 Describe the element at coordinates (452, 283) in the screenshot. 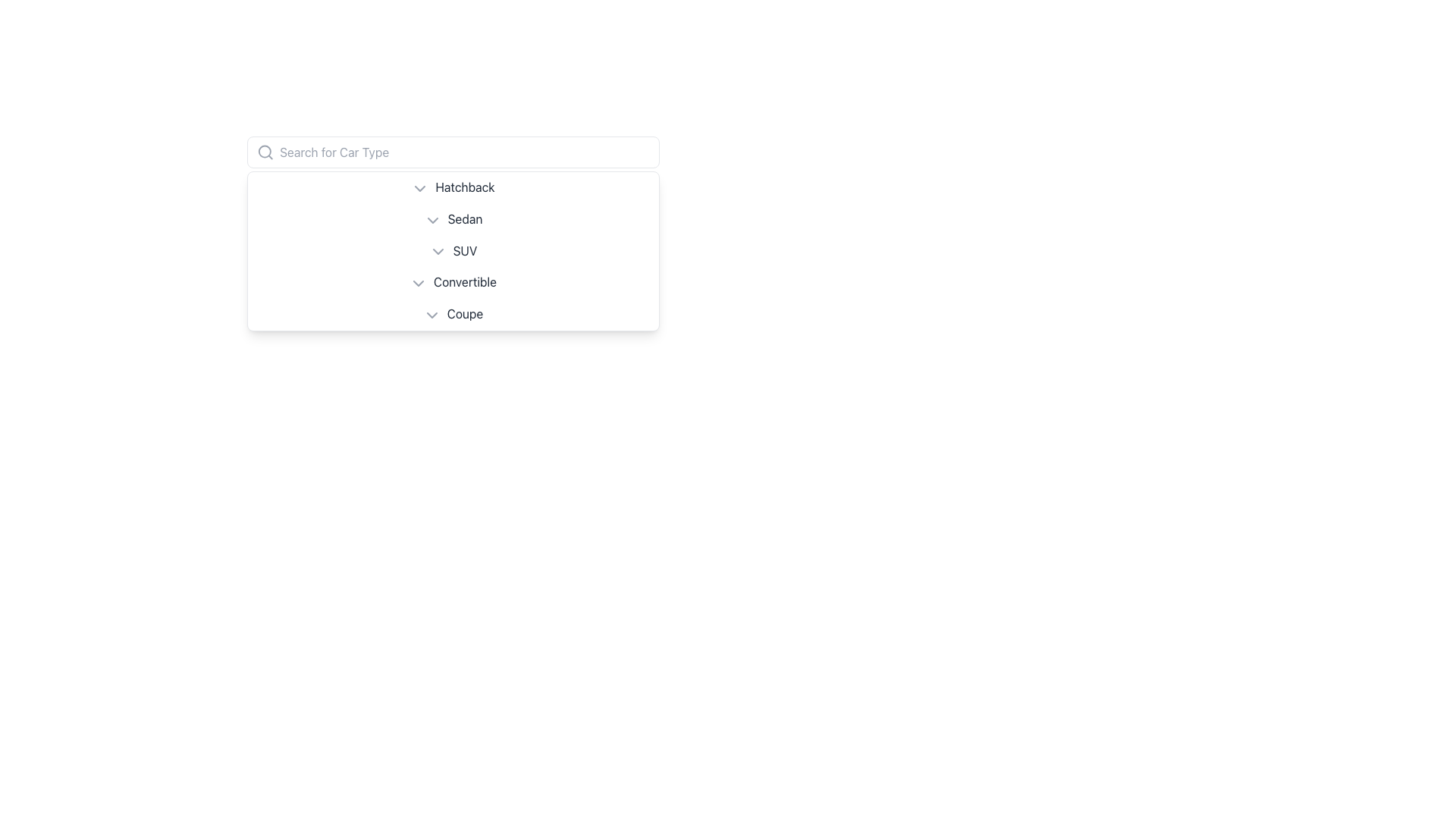

I see `the fourth item in the dropdown menu labeled 'Search for Car Type'` at that location.